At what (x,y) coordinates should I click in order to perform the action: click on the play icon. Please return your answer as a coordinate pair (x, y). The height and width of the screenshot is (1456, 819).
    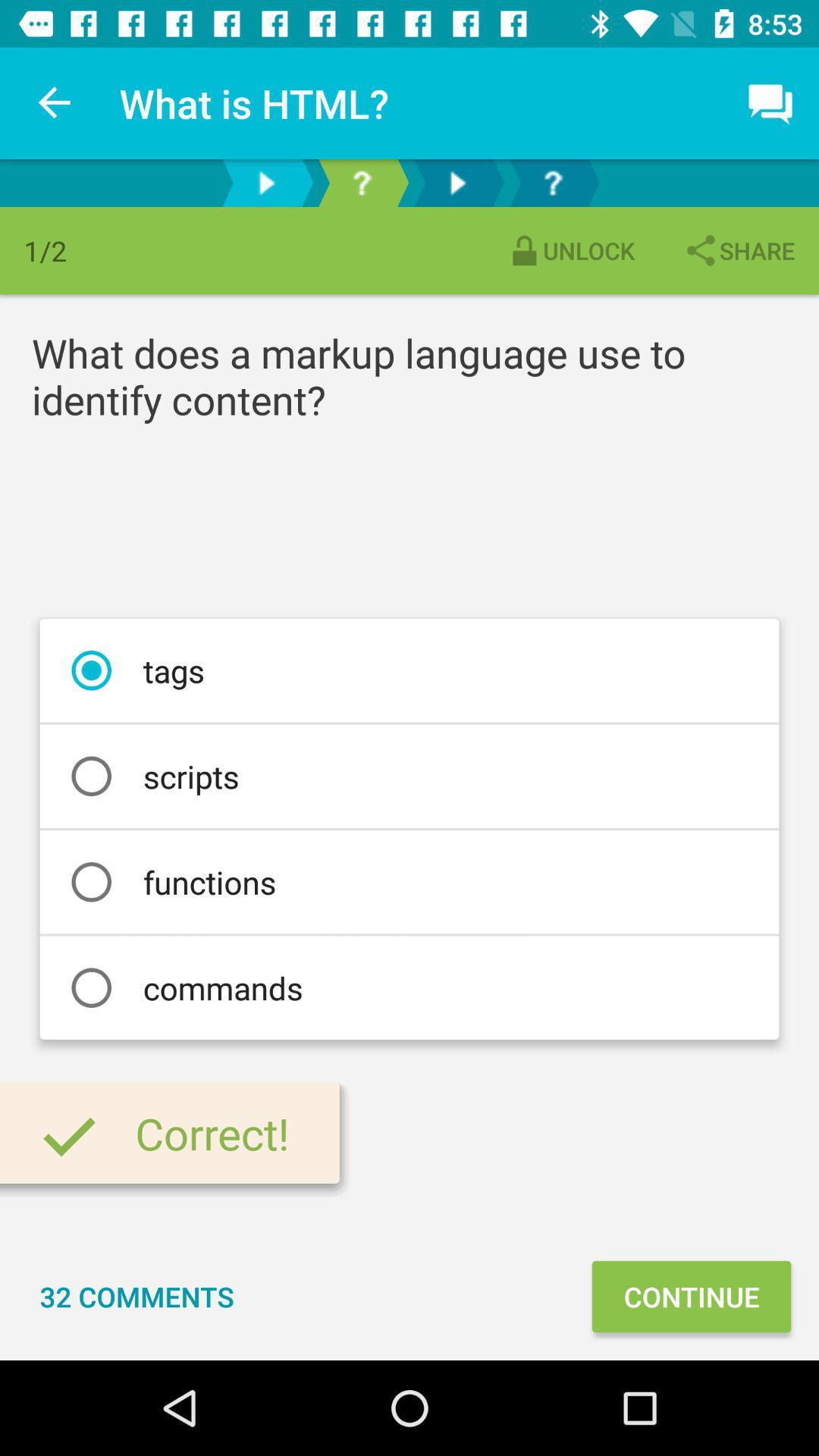
    Looking at the image, I should click on (265, 182).